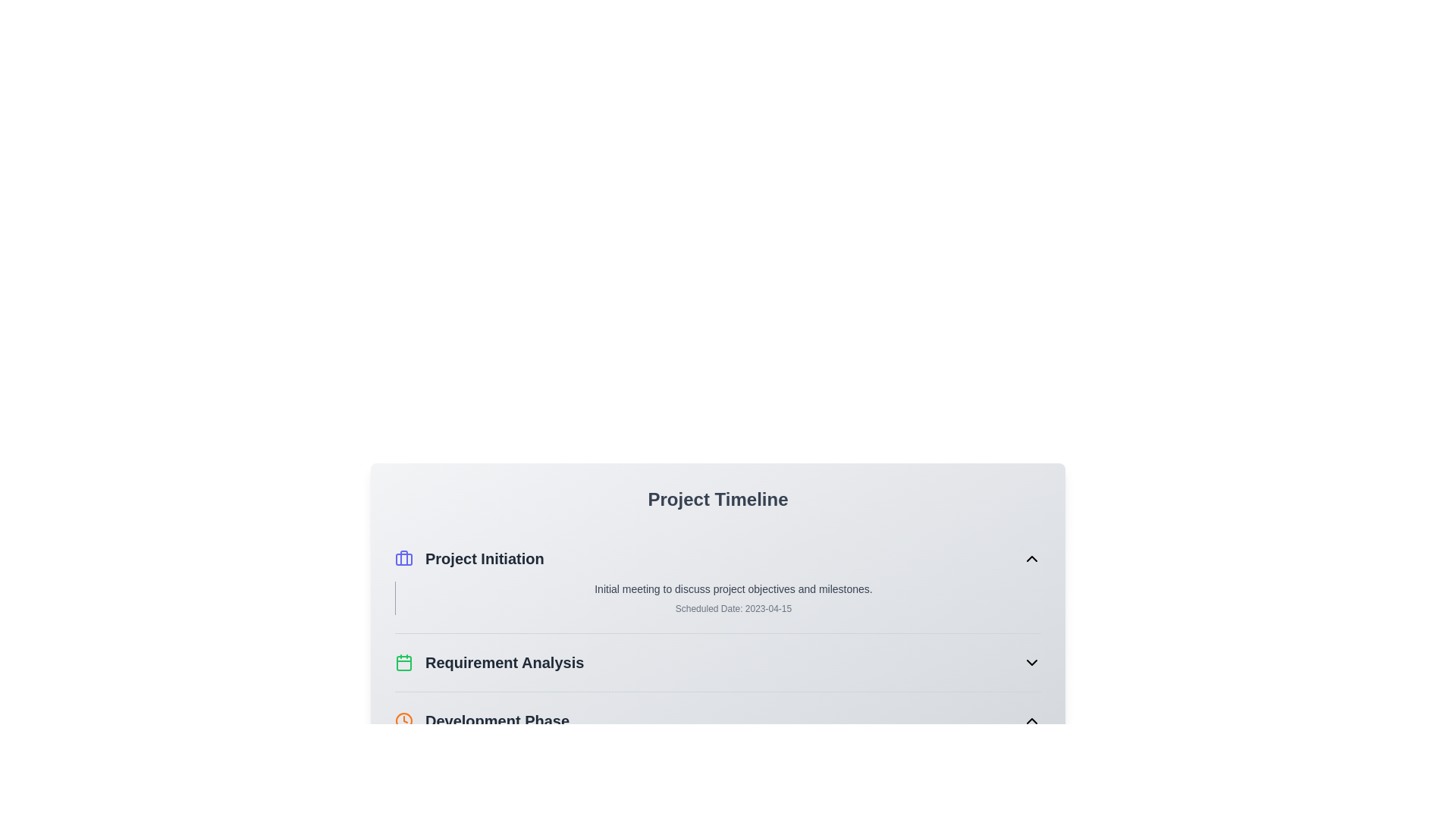 This screenshot has width=1456, height=819. Describe the element at coordinates (717, 598) in the screenshot. I see `the Text Block element located under the 'Project Initiation' header, which contains a meeting description and a scheduled date` at that location.